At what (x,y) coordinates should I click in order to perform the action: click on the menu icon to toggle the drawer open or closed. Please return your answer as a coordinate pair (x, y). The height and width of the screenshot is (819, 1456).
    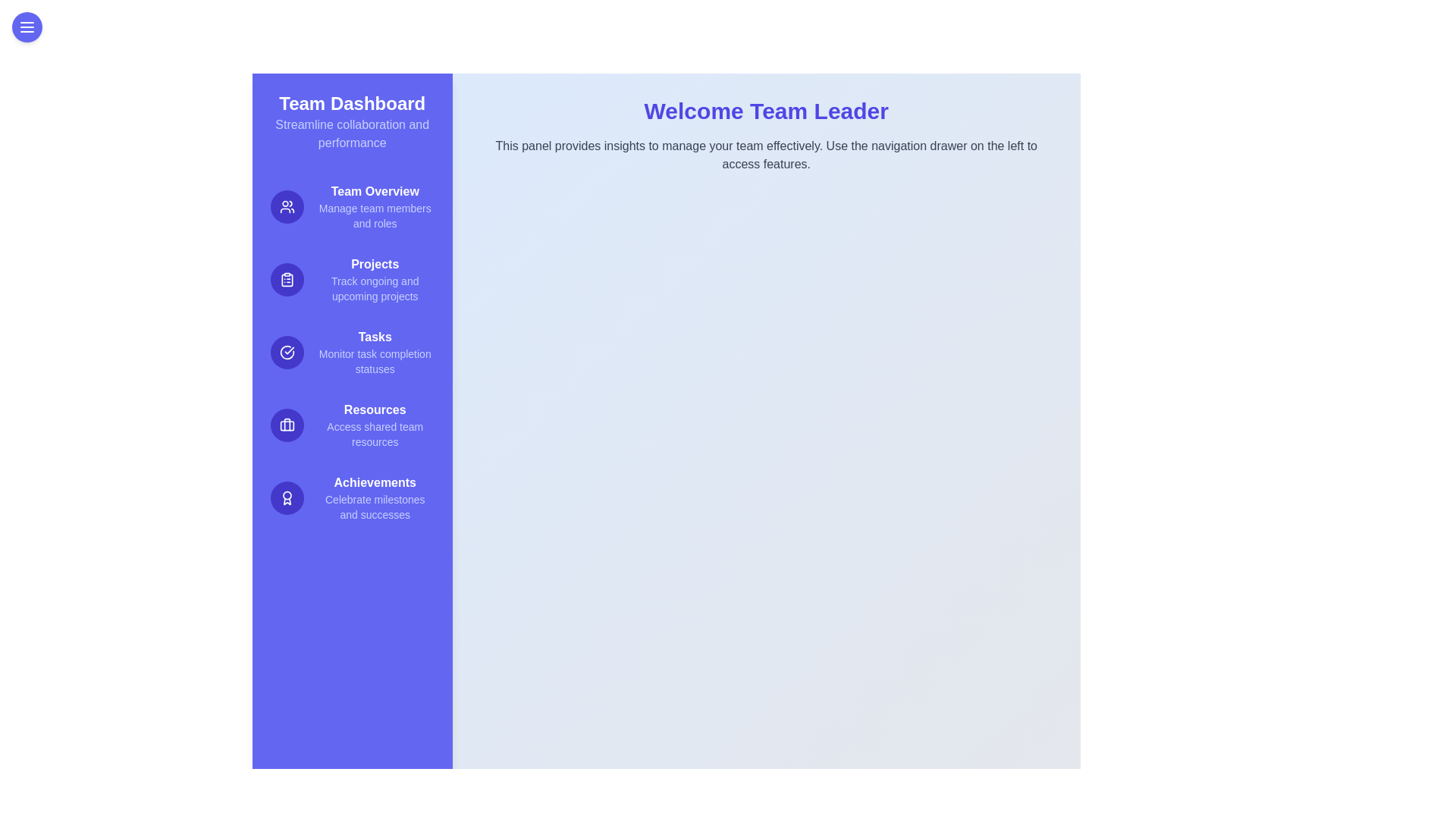
    Looking at the image, I should click on (27, 27).